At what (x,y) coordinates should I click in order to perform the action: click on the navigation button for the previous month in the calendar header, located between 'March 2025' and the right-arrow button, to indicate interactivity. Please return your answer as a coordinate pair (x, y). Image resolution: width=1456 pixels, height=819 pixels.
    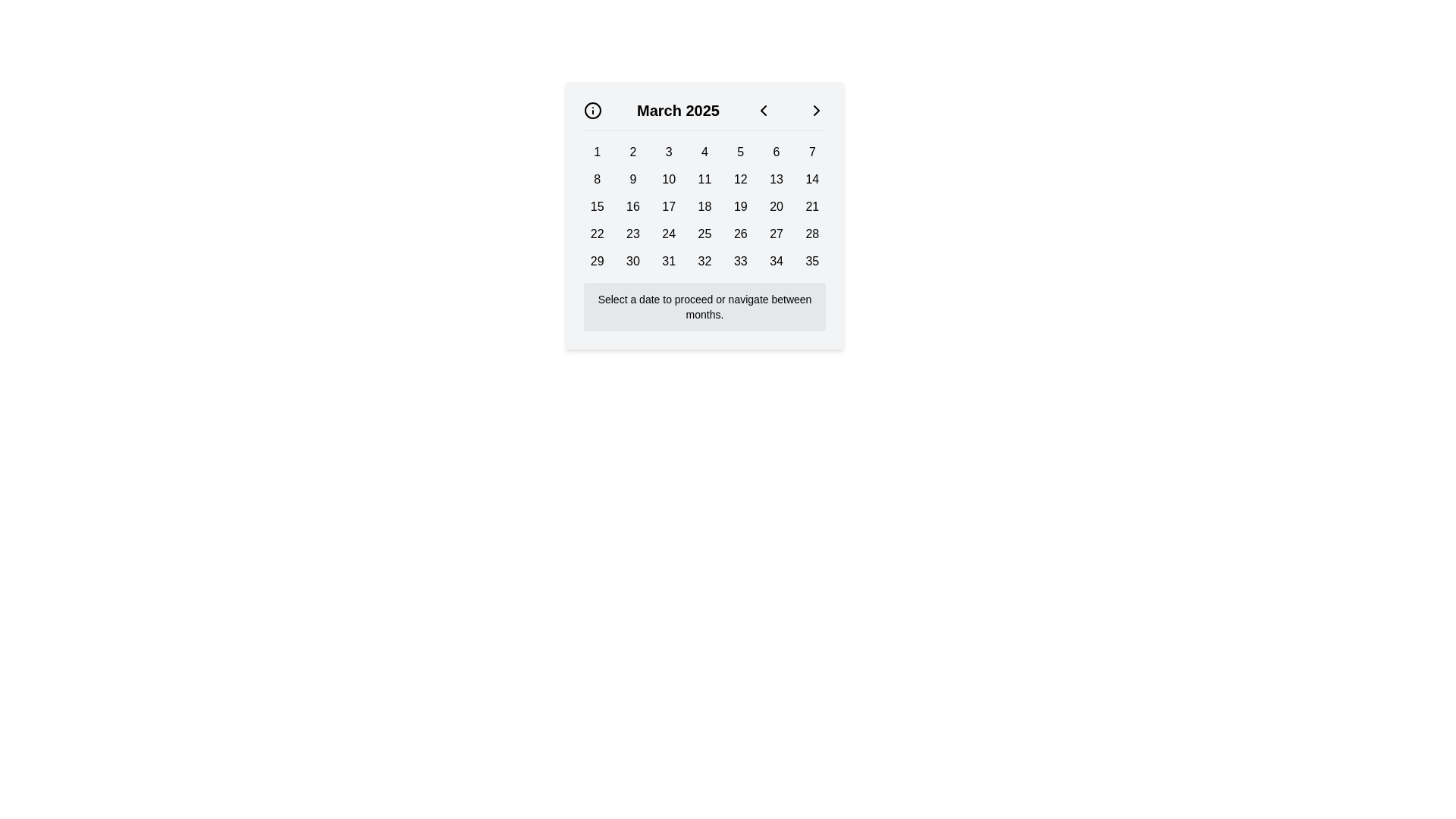
    Looking at the image, I should click on (764, 110).